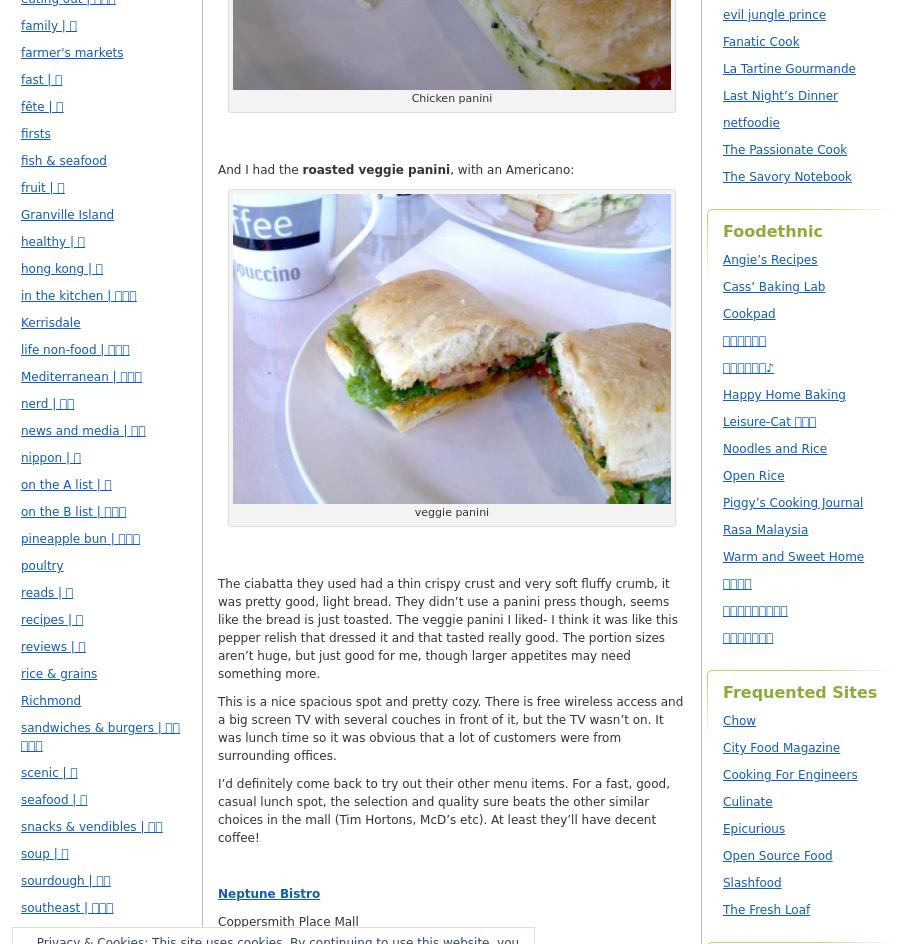 The width and height of the screenshot is (904, 944). I want to click on 'nippon | 日', so click(49, 457).